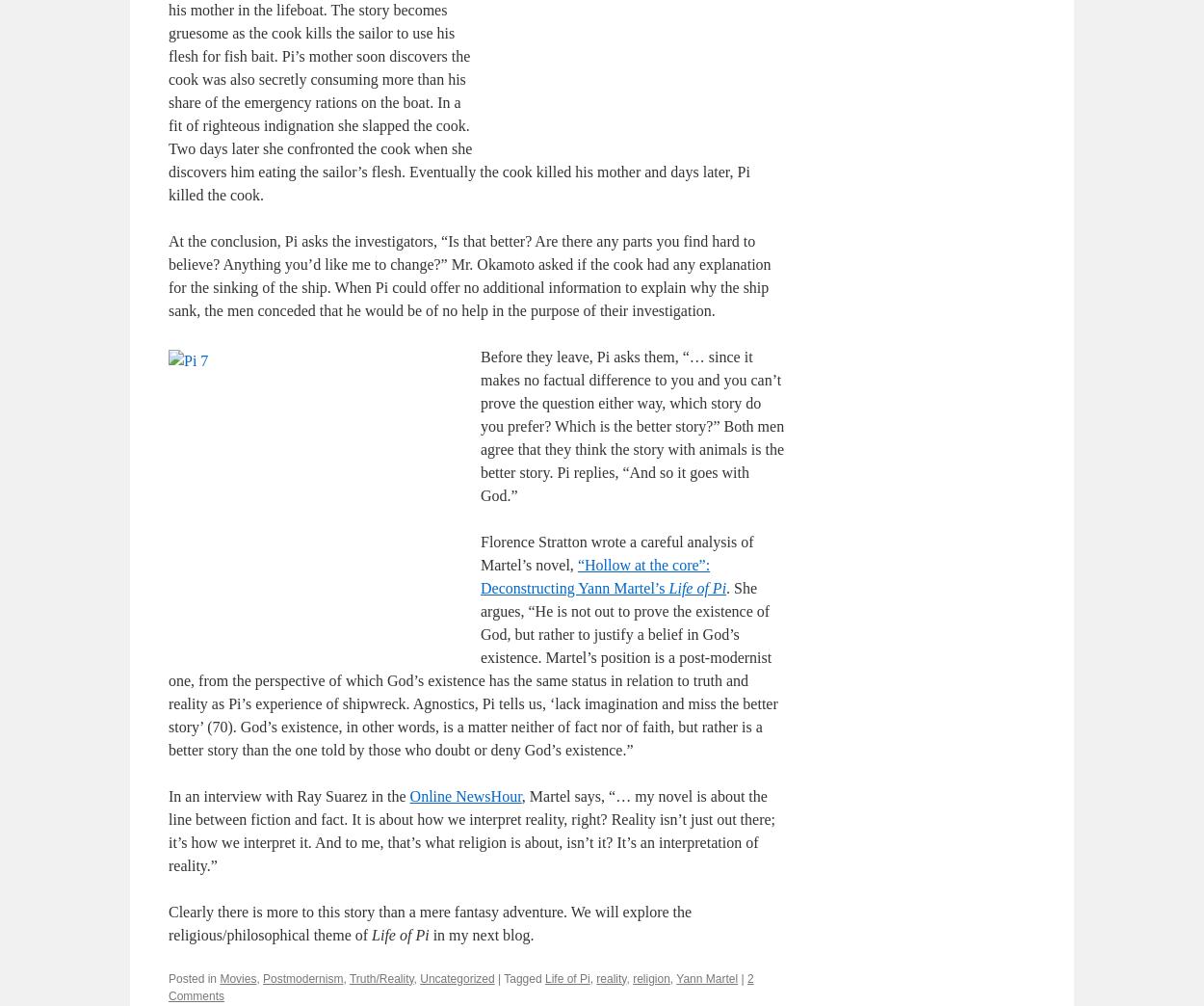 The image size is (1204, 1006). What do you see at coordinates (706, 977) in the screenshot?
I see `'Yann Martel'` at bounding box center [706, 977].